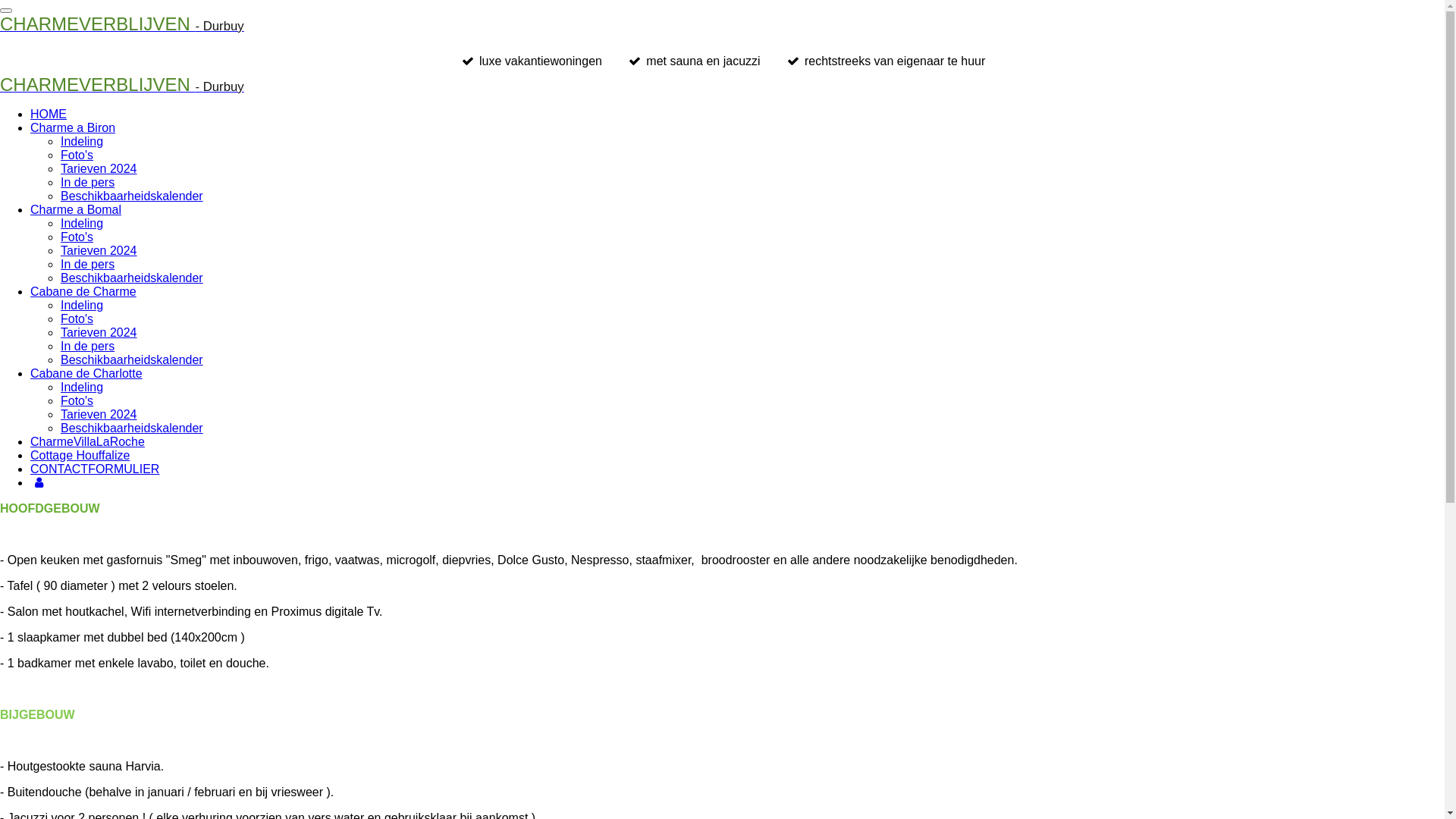 This screenshot has width=1456, height=819. I want to click on 'Tarieven 2024', so click(98, 168).